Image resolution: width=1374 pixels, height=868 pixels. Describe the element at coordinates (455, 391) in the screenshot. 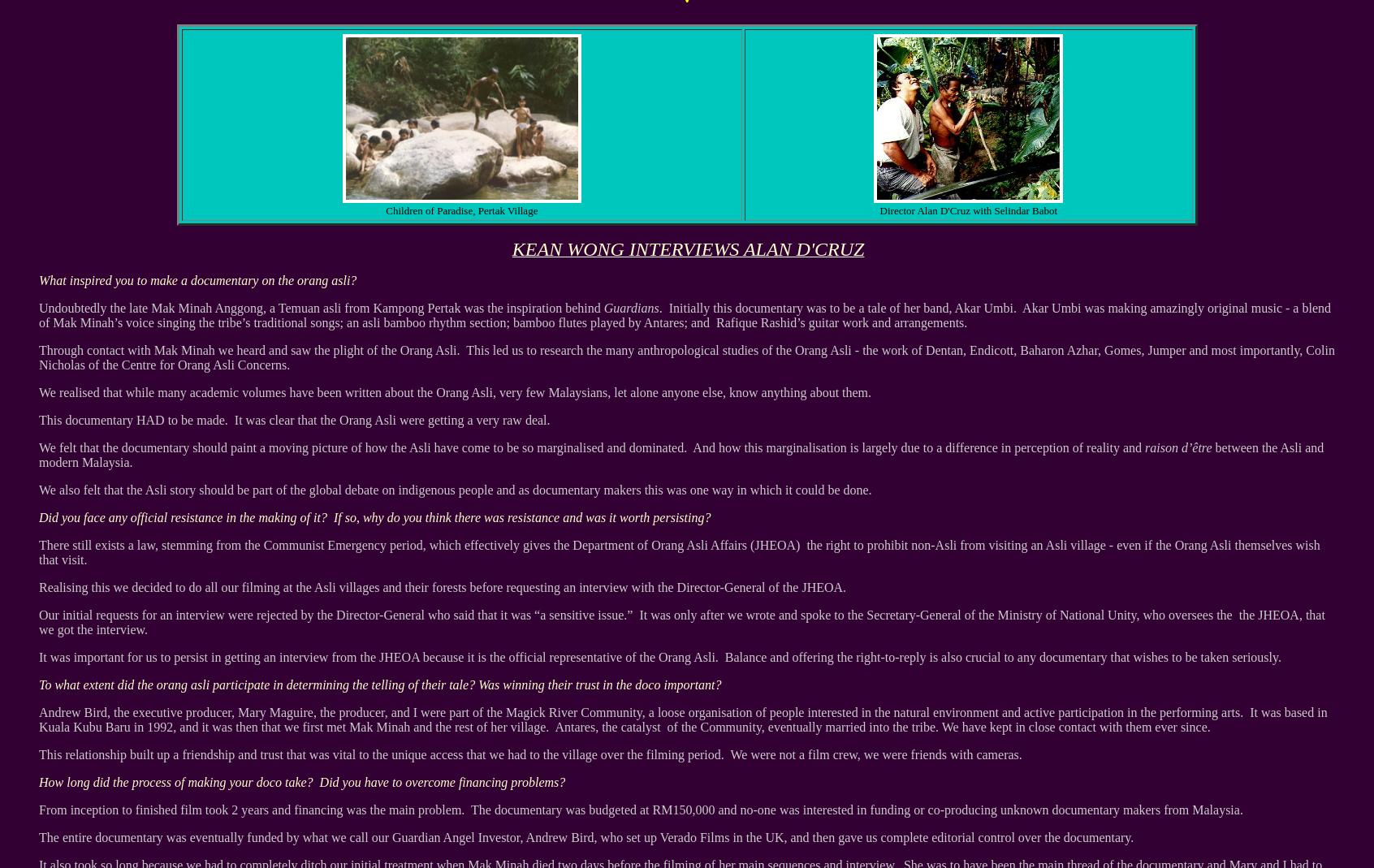

I see `'We realised that while many academic volumes have
been written about the Orang Asli, very few Malaysians, let alone anyone
else, know anything about them.'` at that location.